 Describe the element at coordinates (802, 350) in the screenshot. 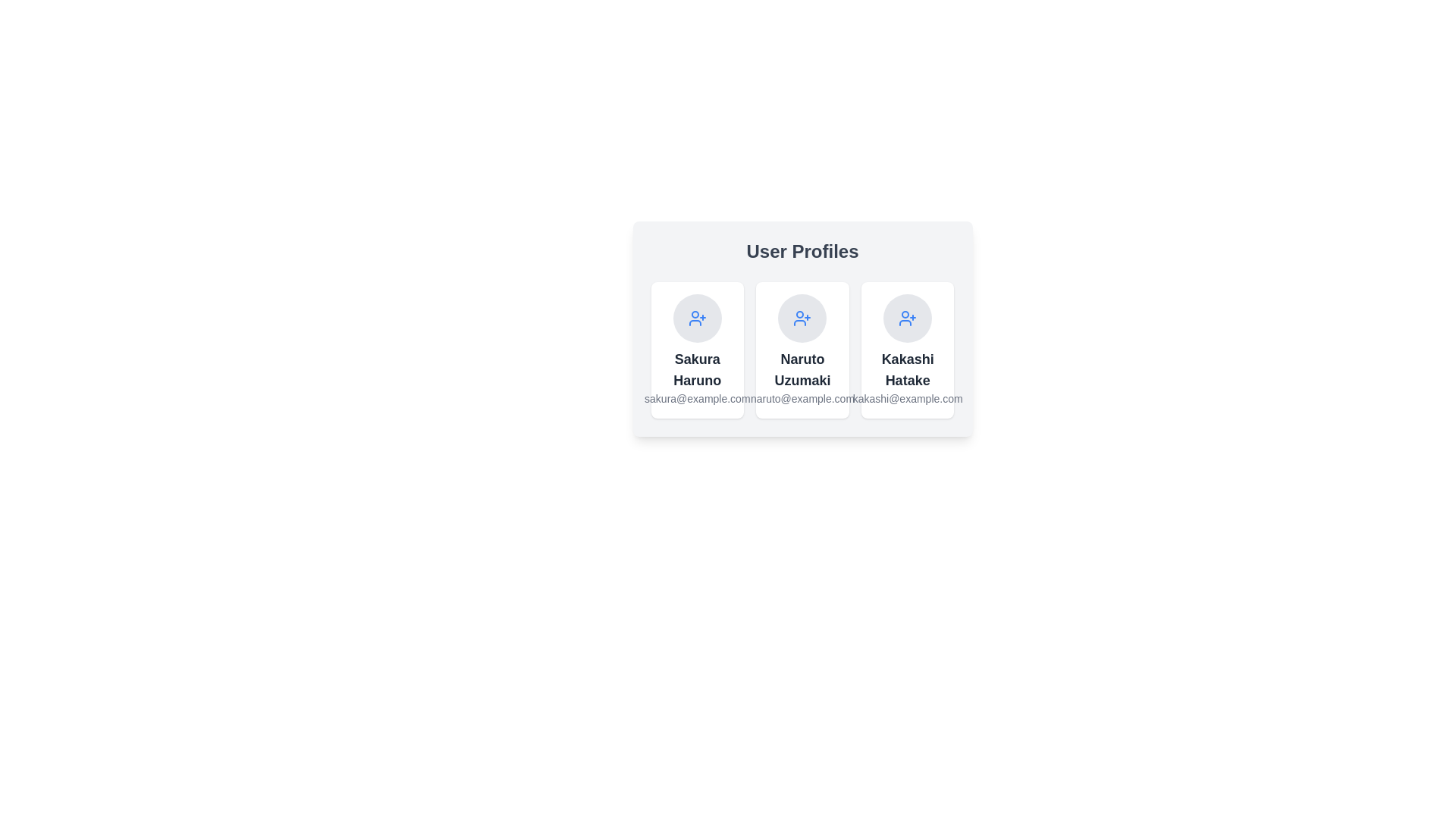

I see `the highlighted user profile in the grid of user profiles` at that location.